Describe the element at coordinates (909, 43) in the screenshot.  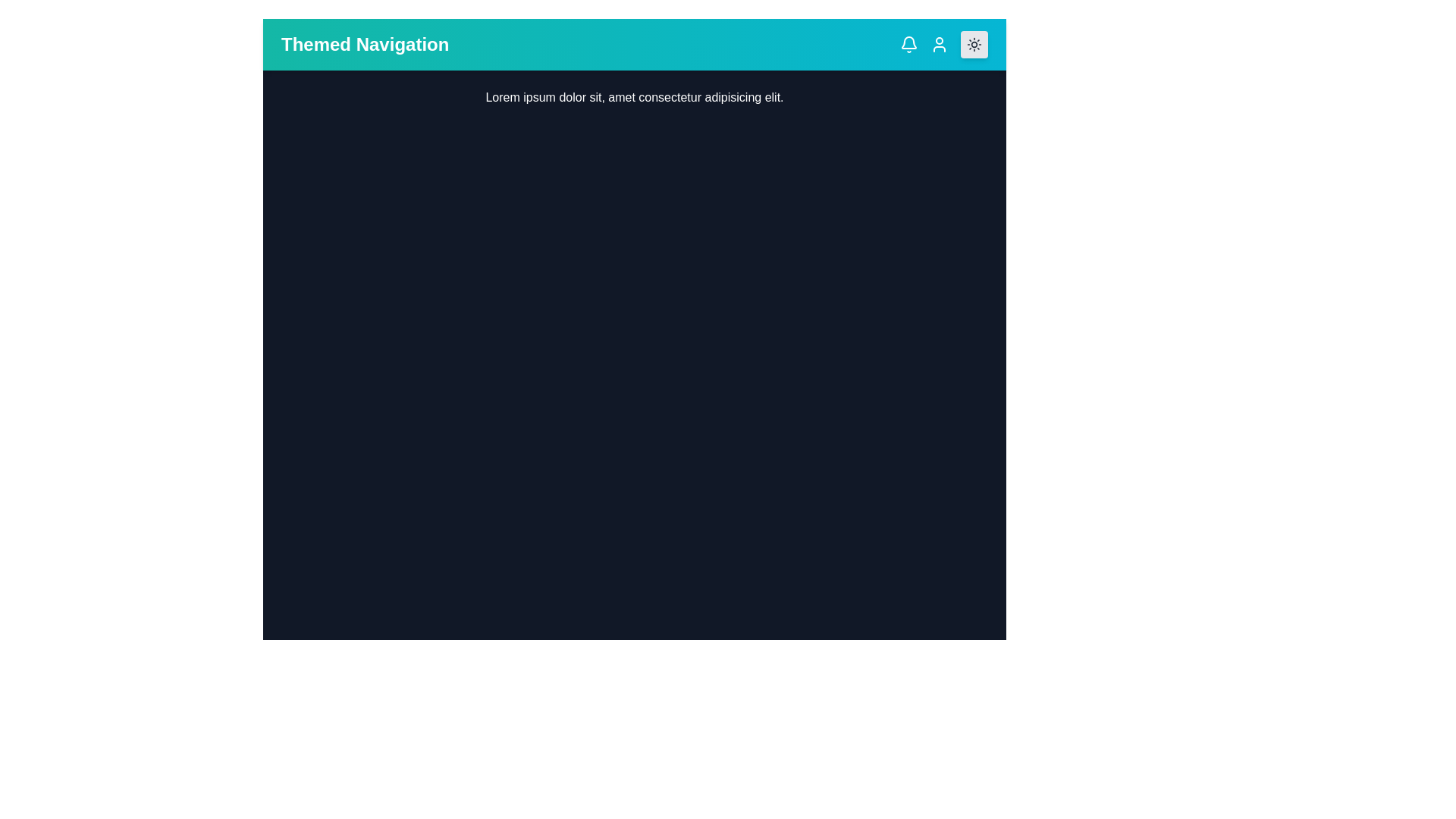
I see `the bell icon to simulate a notification-related action` at that location.